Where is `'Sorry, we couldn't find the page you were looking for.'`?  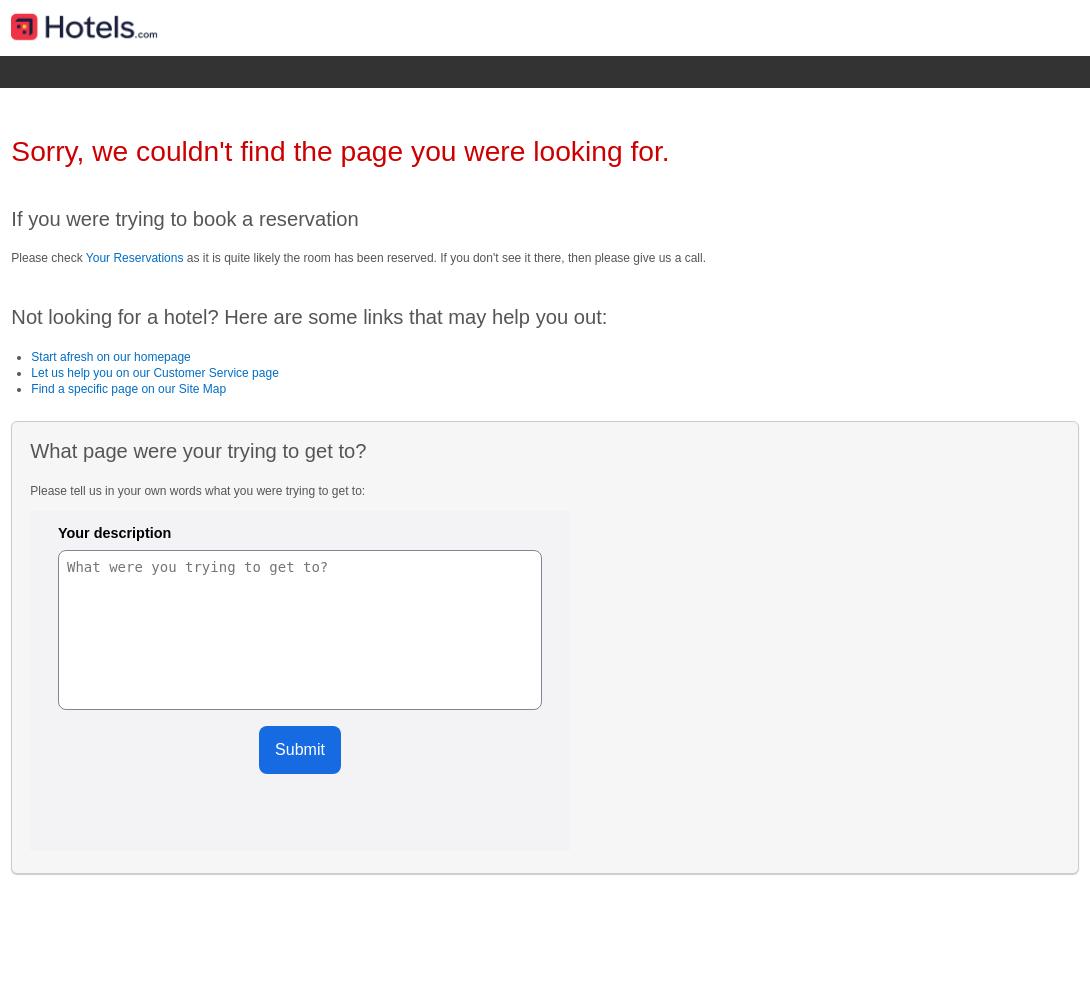
'Sorry, we couldn't find the page you were looking for.' is located at coordinates (338, 151).